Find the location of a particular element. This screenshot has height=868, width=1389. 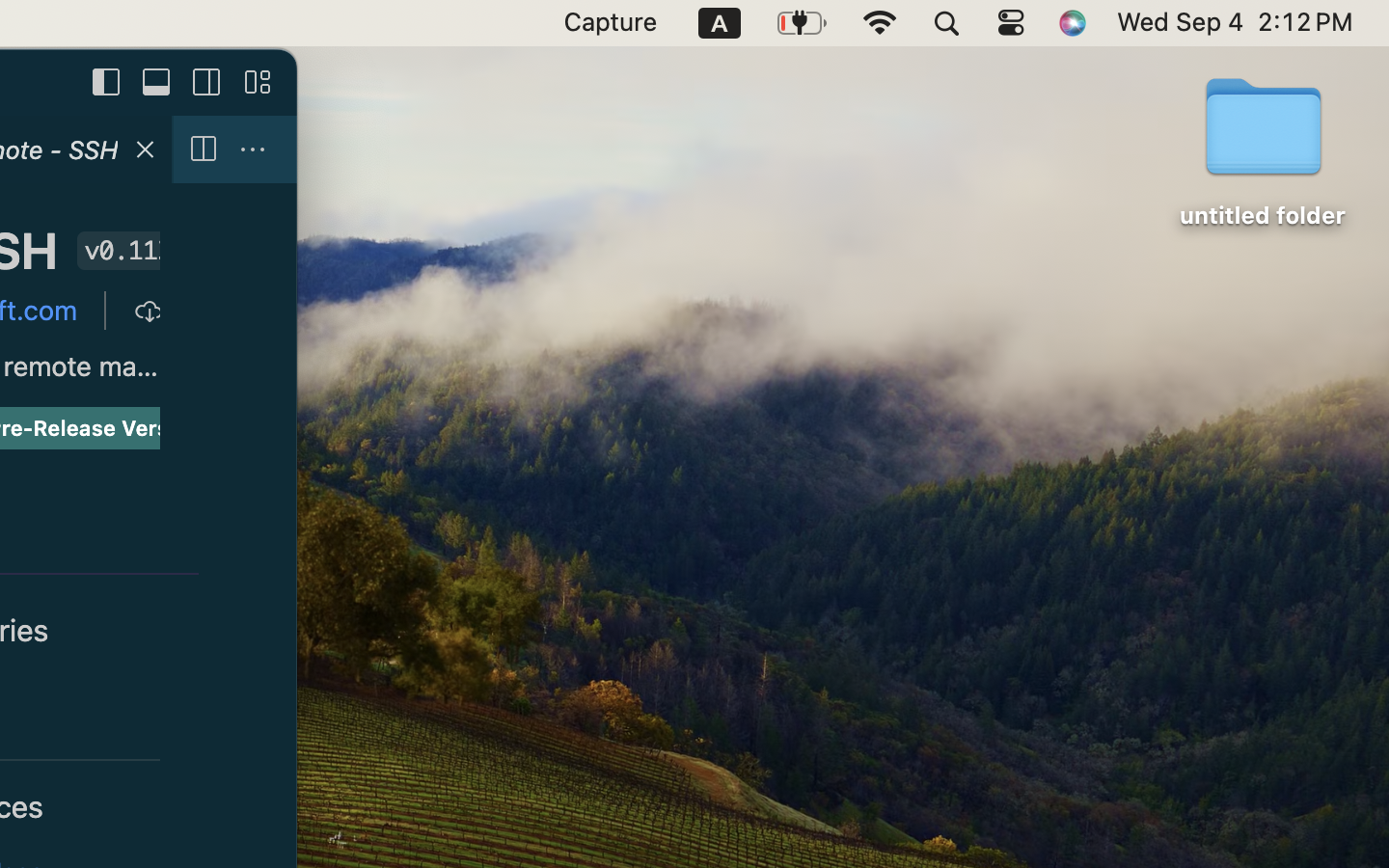

'' is located at coordinates (251, 149).